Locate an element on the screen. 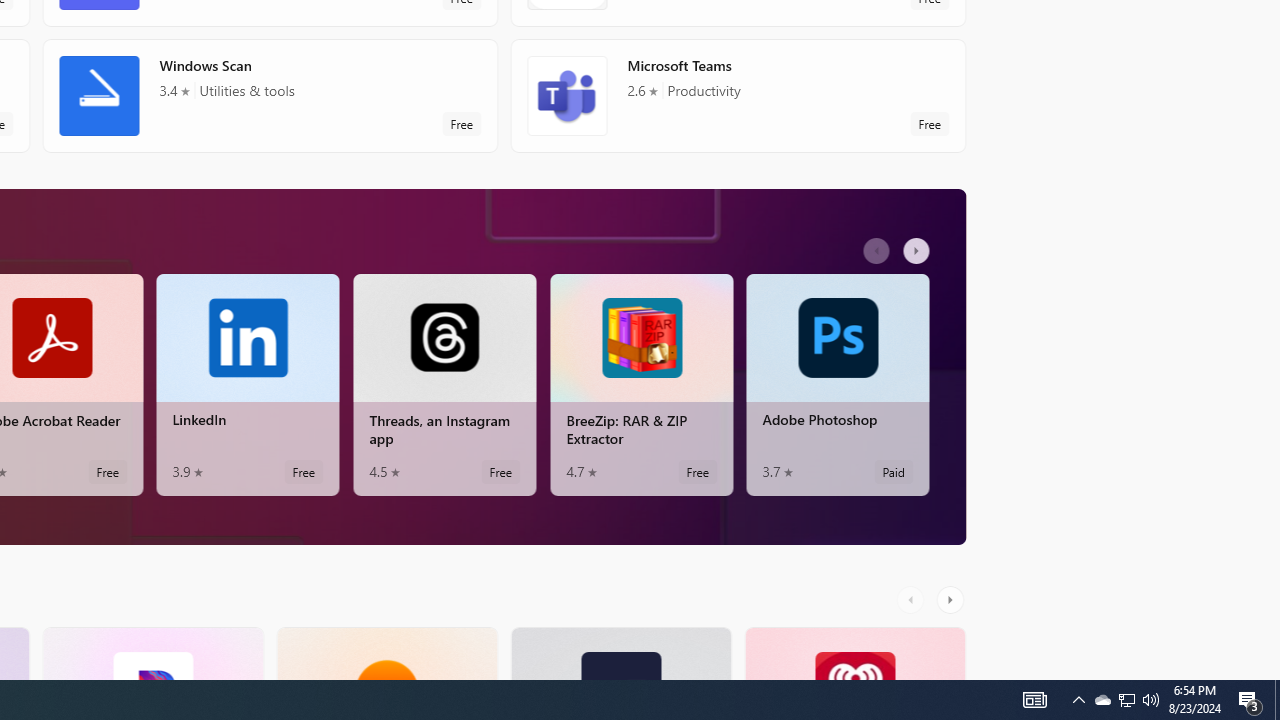 Image resolution: width=1280 pixels, height=720 pixels. 'AutomationID: RightScrollButton' is located at coordinates (951, 598).